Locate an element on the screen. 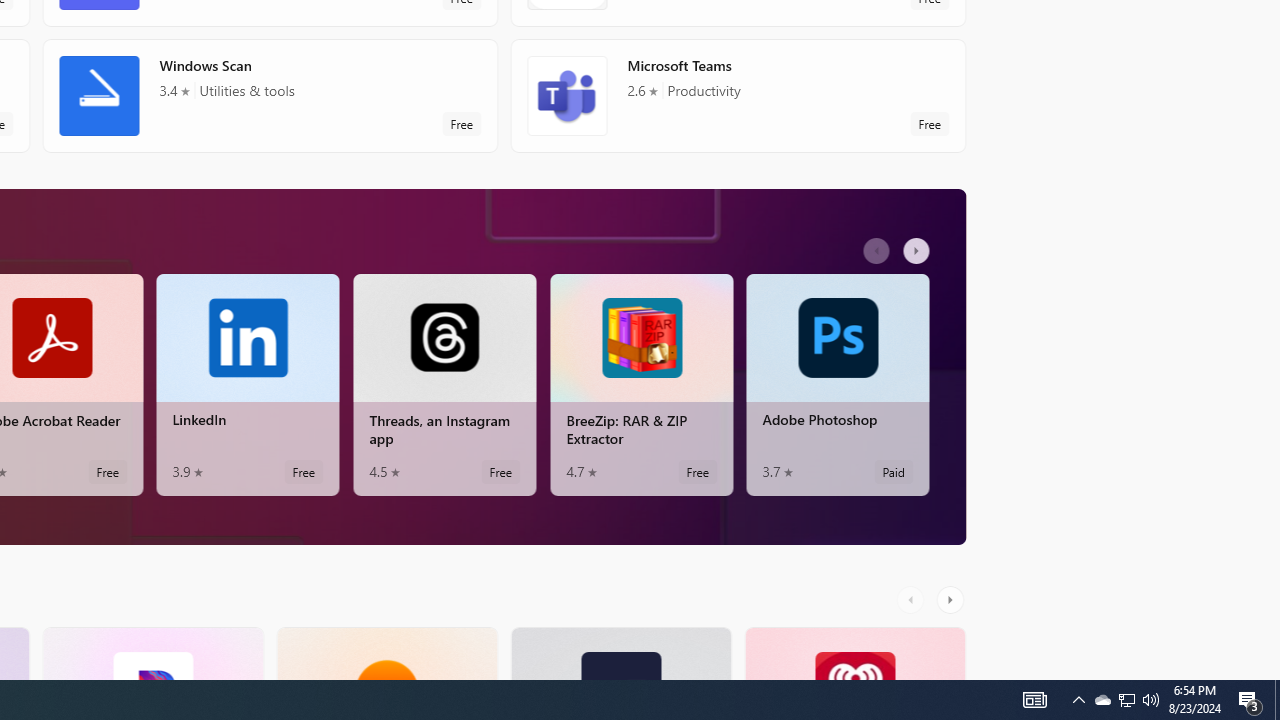 Image resolution: width=1280 pixels, height=720 pixels. 'AutomationID: RightScrollButton' is located at coordinates (951, 598).